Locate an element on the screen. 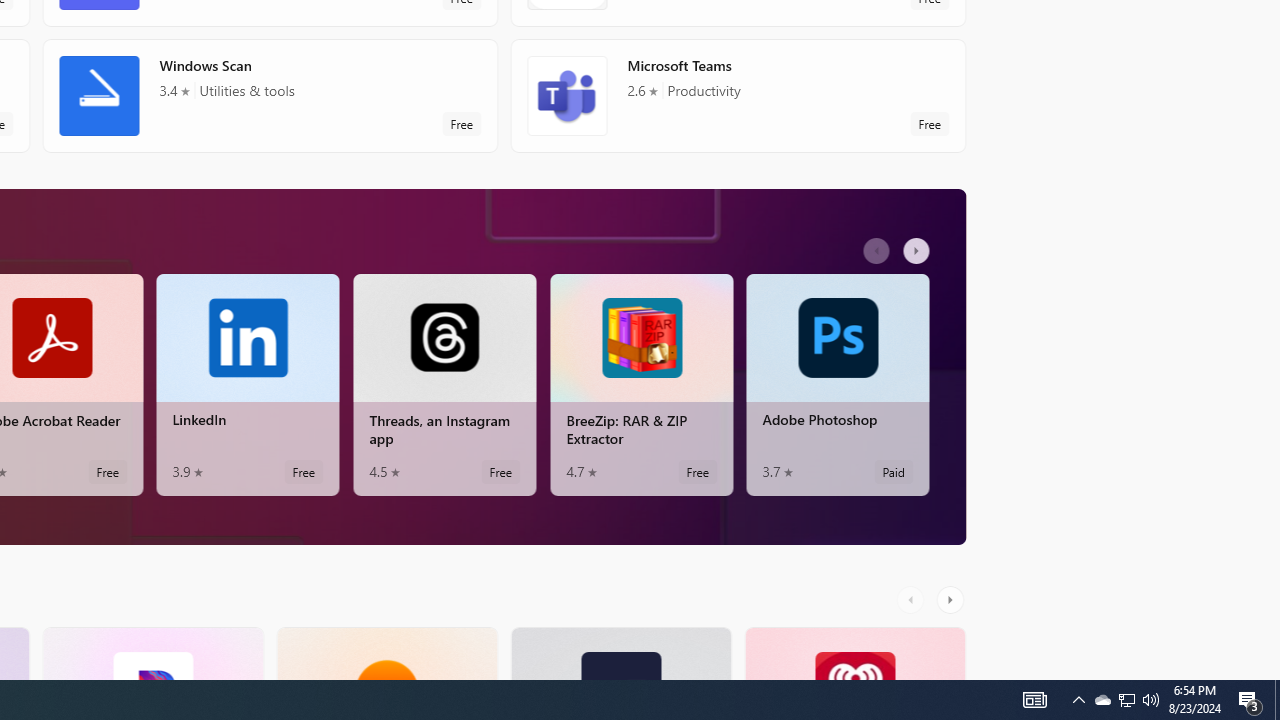 Image resolution: width=1280 pixels, height=720 pixels. 'AutomationID: RightScrollButton' is located at coordinates (951, 598).